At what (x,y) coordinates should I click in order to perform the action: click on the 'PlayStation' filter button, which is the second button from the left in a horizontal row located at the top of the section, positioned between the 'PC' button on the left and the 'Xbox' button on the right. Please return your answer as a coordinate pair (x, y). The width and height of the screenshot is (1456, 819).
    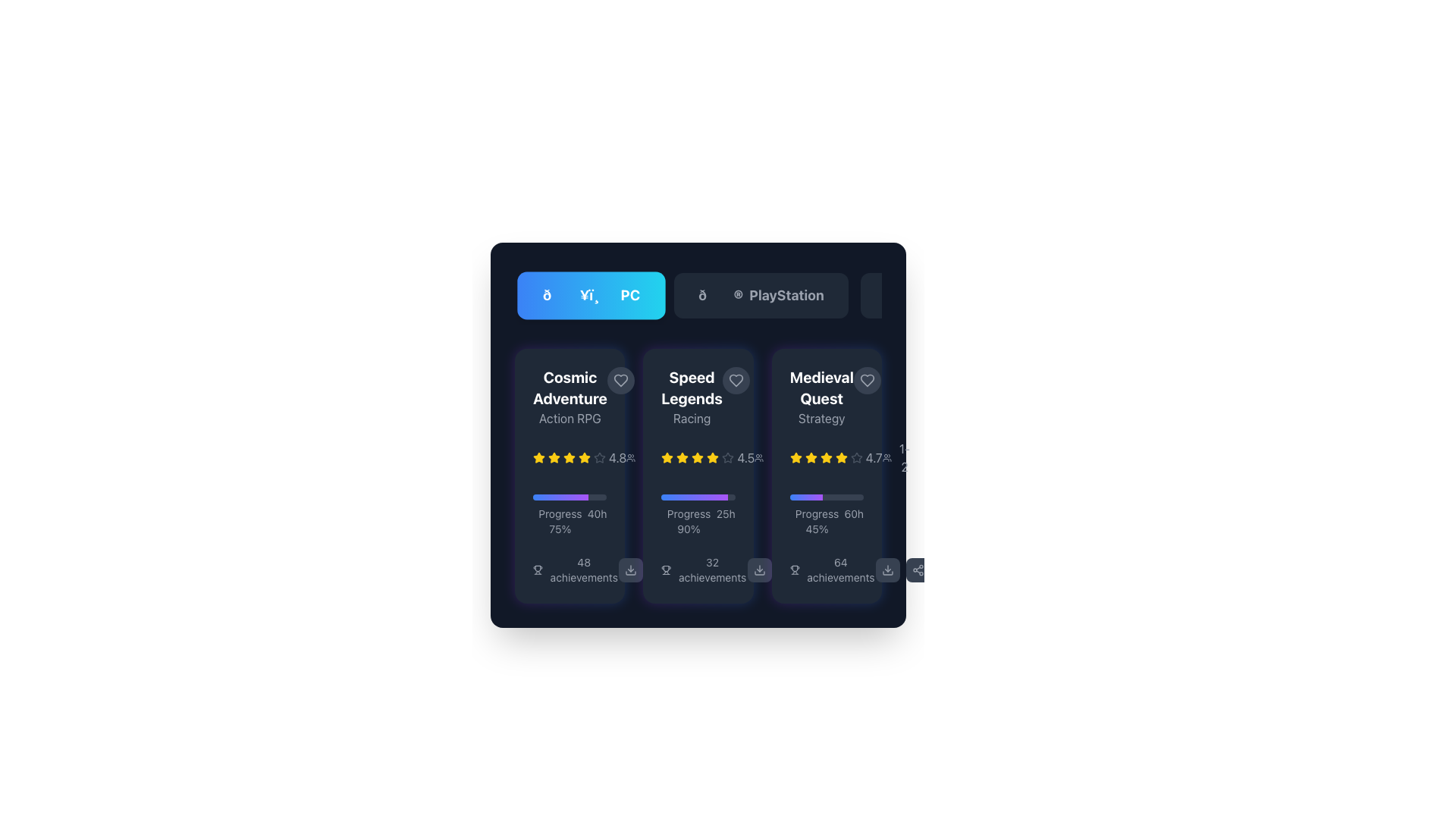
    Looking at the image, I should click on (761, 295).